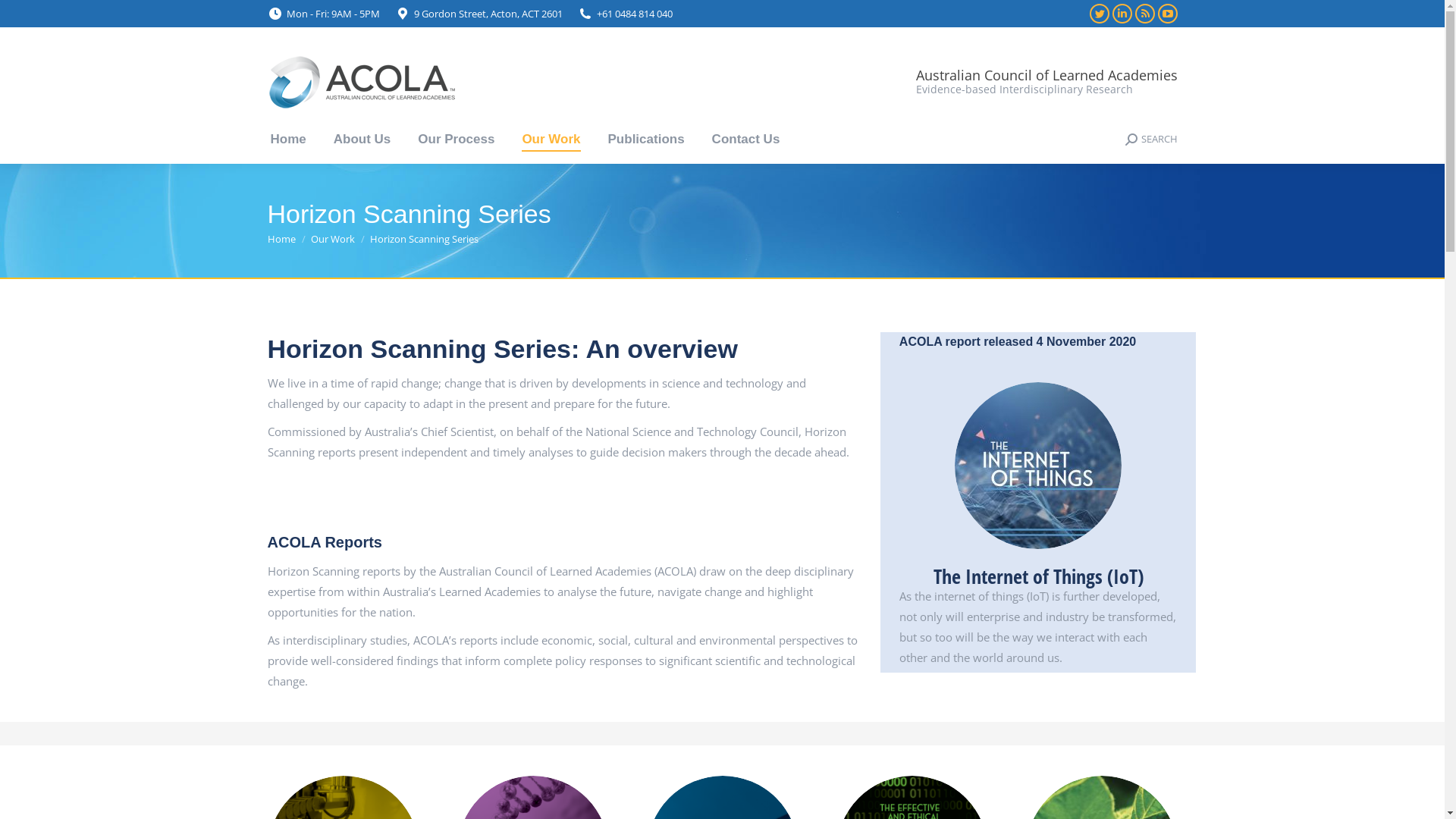 The width and height of the screenshot is (1456, 819). Describe the element at coordinates (1125, 139) in the screenshot. I see `'SEARCH'` at that location.